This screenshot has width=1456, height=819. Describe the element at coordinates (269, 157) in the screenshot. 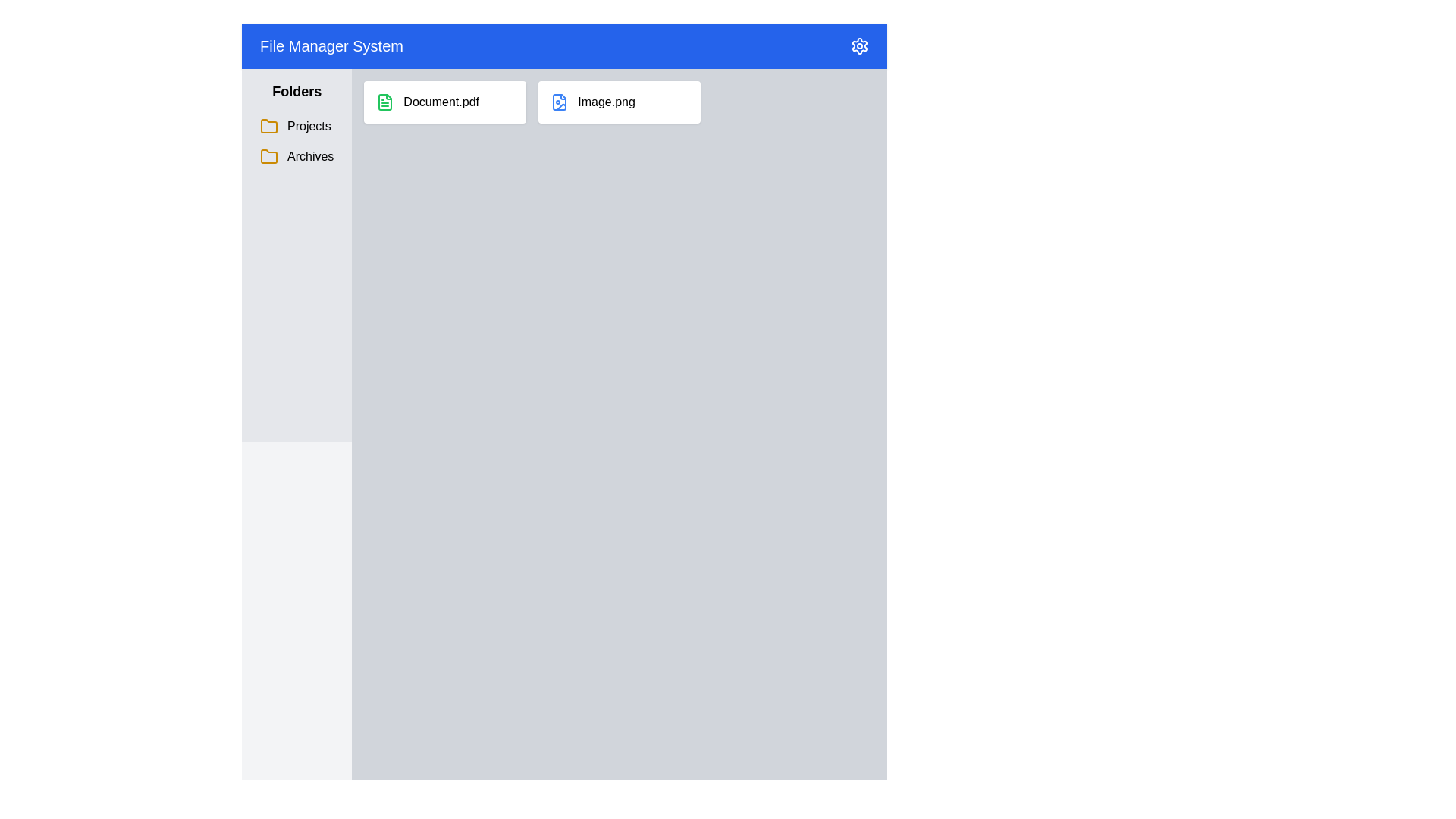

I see `the yellowish folder icon located in the navigation panel to the left of the 'Archives' text` at that location.